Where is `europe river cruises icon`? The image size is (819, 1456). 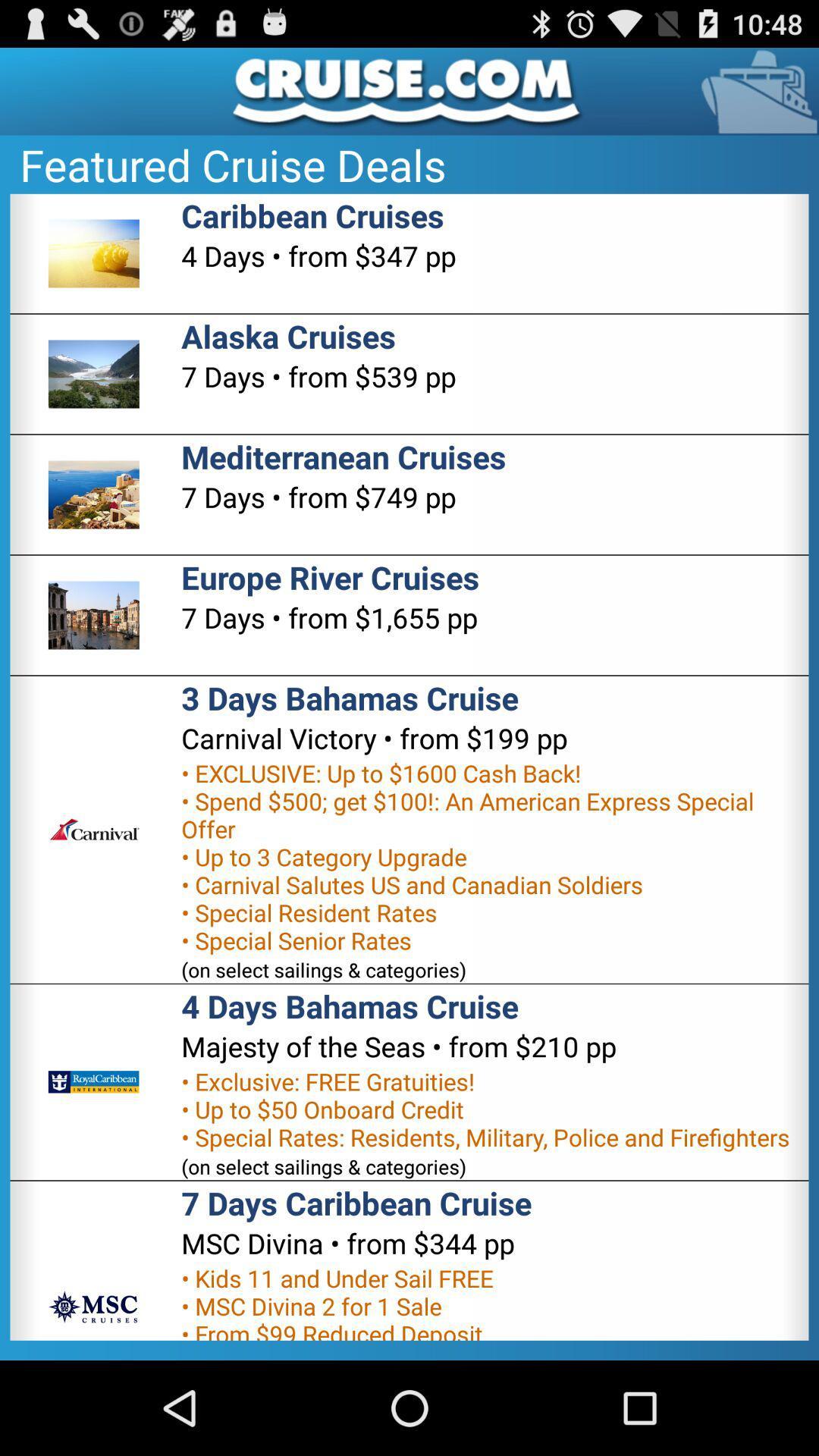 europe river cruises icon is located at coordinates (329, 576).